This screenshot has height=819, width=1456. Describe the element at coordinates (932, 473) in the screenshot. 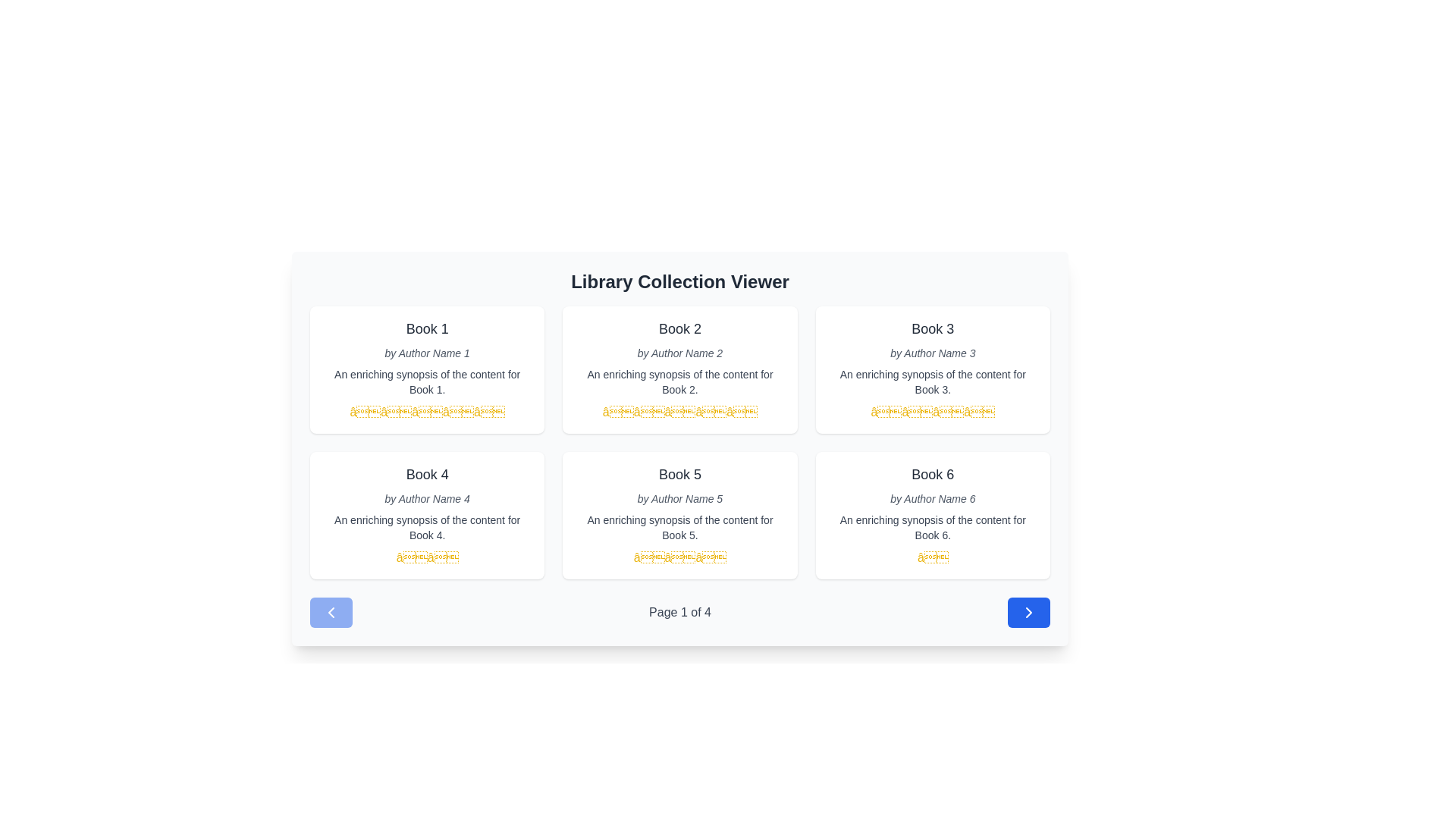

I see `the text label that serves as the primary title for 'Book 6', located in the bottom-right card of the library viewer interface` at that location.